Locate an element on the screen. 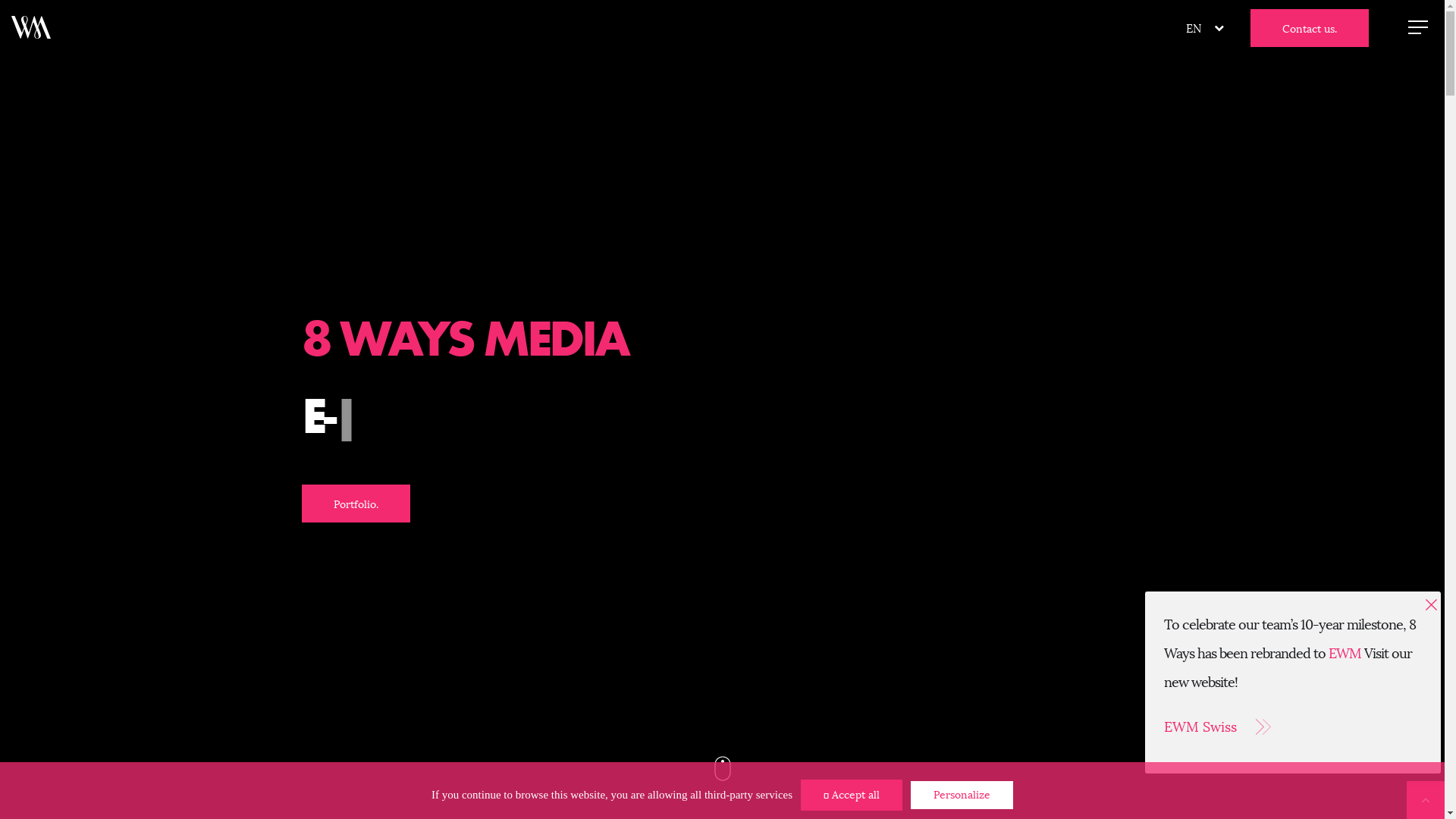 The image size is (1456, 819). '8 Ways Media' is located at coordinates (31, 26).